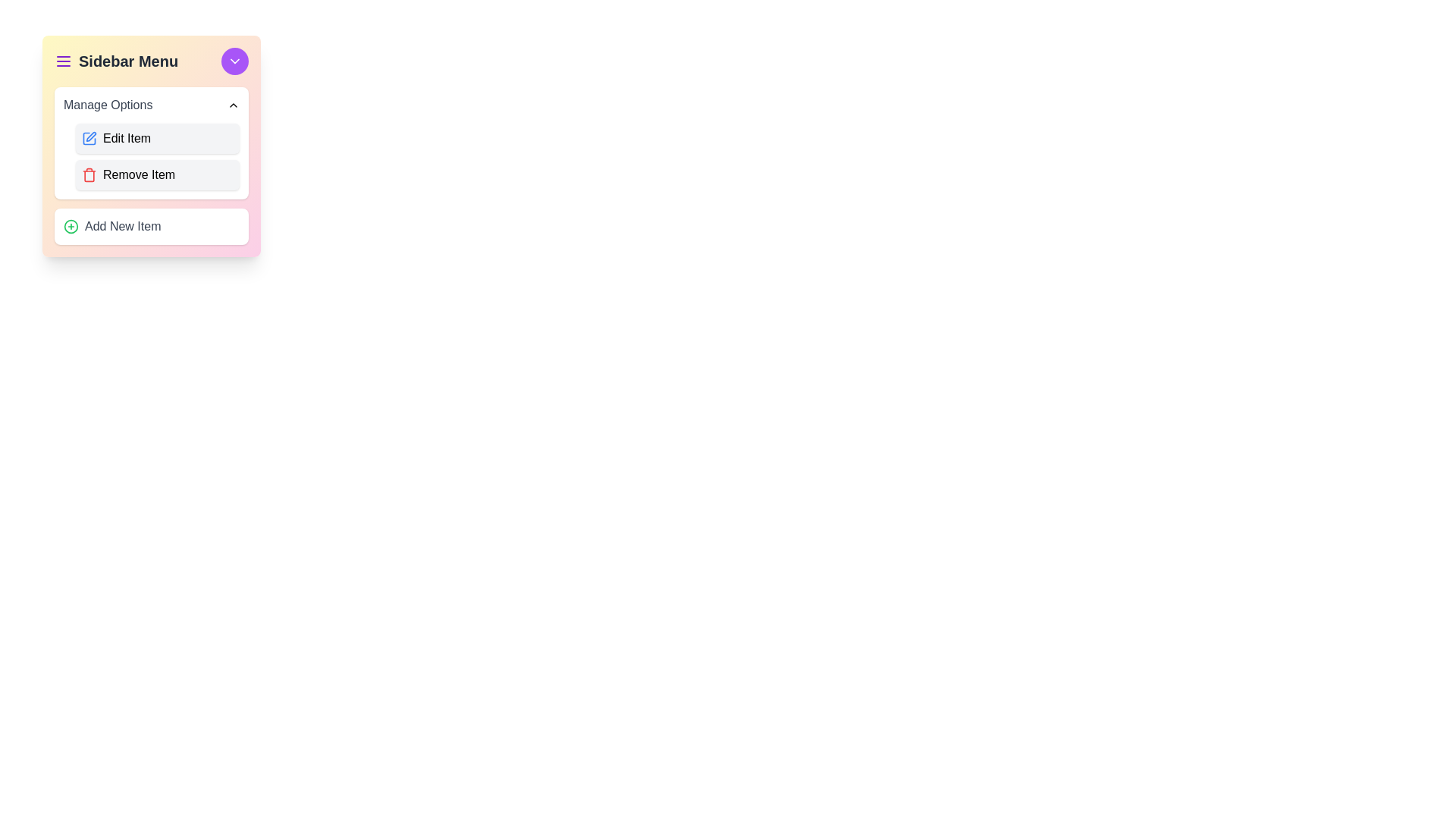 The width and height of the screenshot is (1456, 819). Describe the element at coordinates (157, 138) in the screenshot. I see `the Action button located in the 'Manage Options' section of the sidebar menu` at that location.